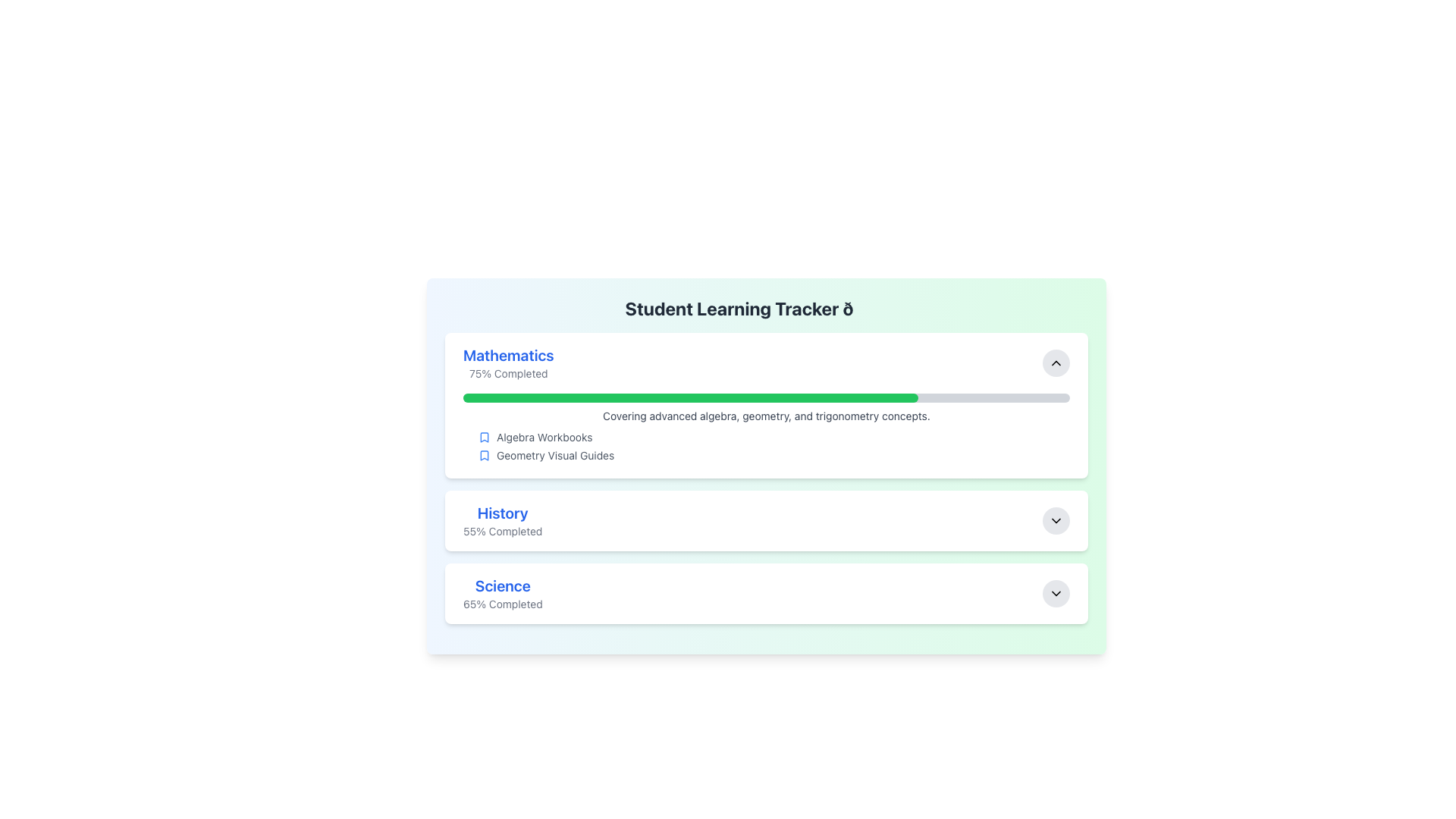  What do you see at coordinates (1055, 519) in the screenshot?
I see `the chevron-down icon located within the circular button on the far right of the 'History' card` at bounding box center [1055, 519].